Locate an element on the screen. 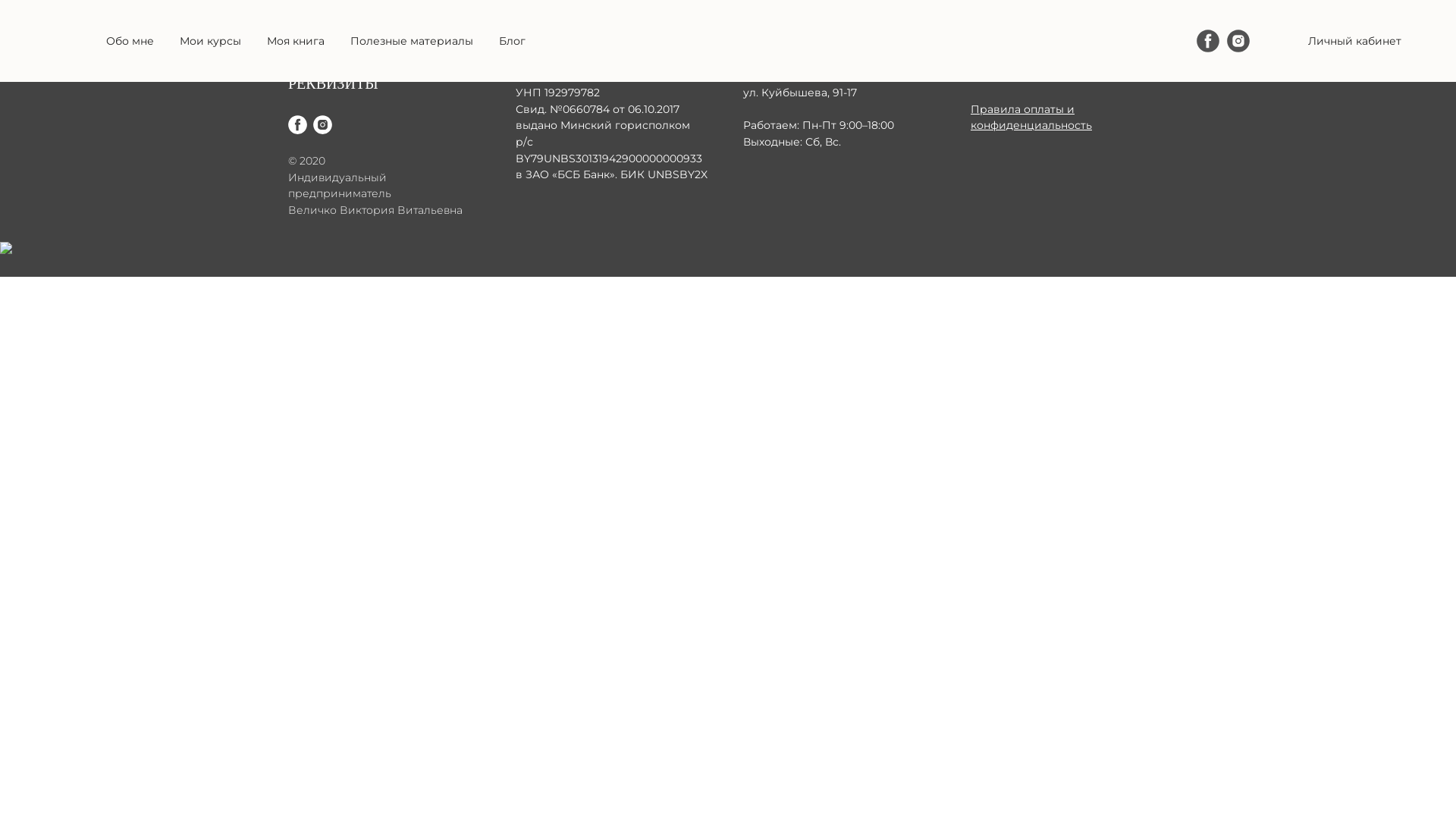 The height and width of the screenshot is (819, 1456). '+375 296 824 211' is located at coordinates (1360, 37).